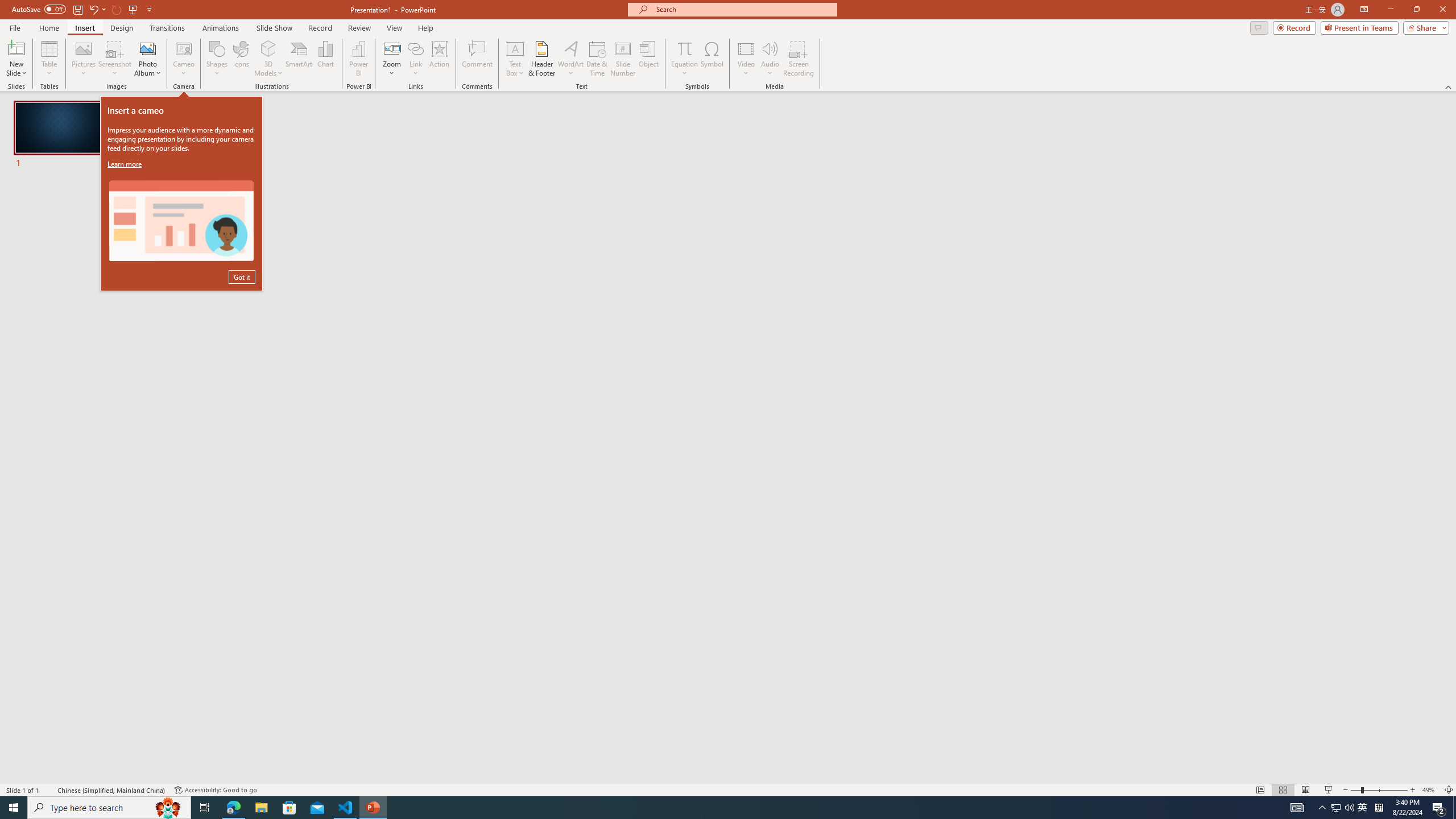  Describe the element at coordinates (712, 59) in the screenshot. I see `'Symbol...'` at that location.